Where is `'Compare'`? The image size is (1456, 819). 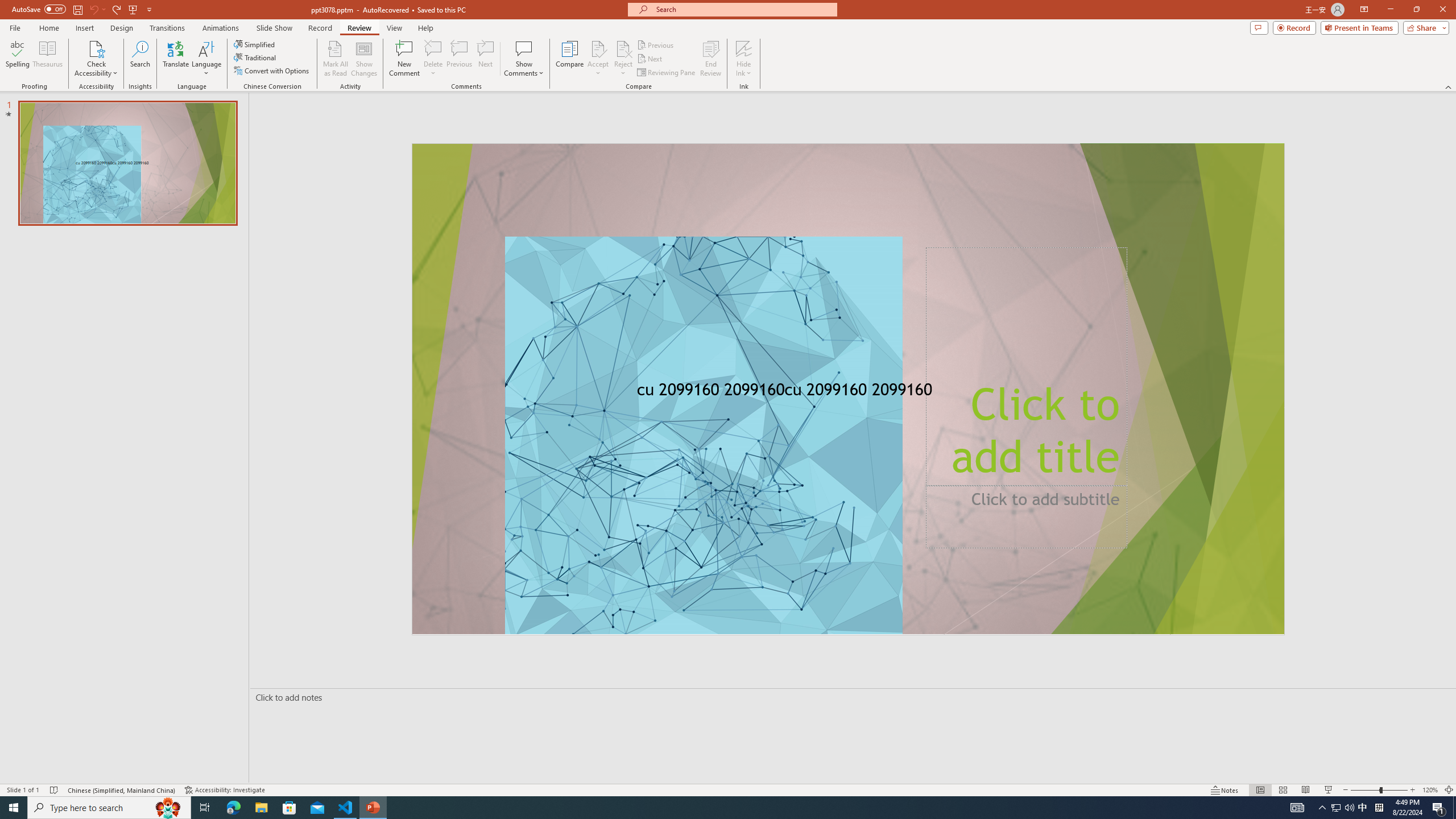
'Compare' is located at coordinates (570, 59).